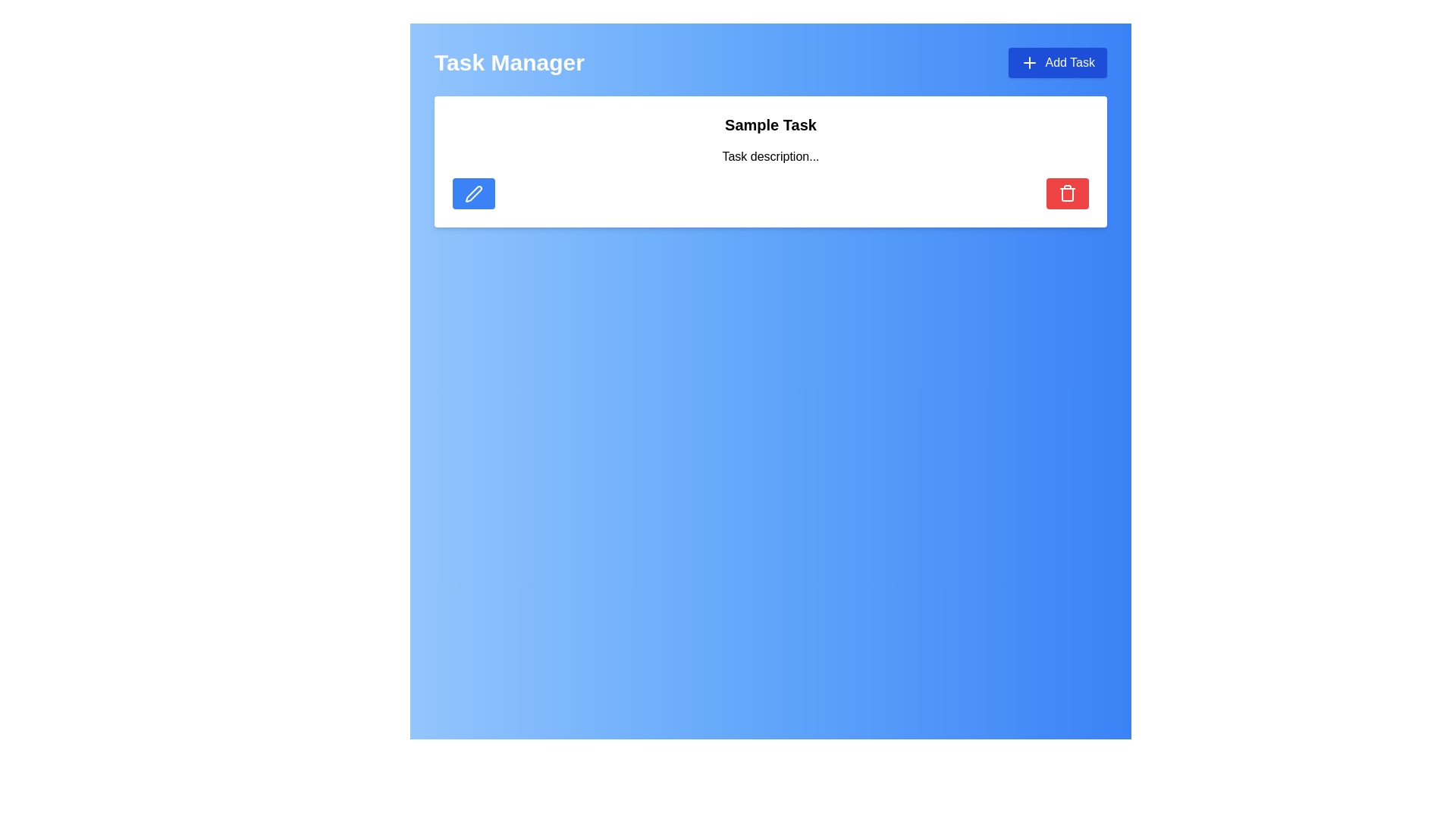  I want to click on the 'Add Task' button which contains the blue plus icon, so click(1030, 62).